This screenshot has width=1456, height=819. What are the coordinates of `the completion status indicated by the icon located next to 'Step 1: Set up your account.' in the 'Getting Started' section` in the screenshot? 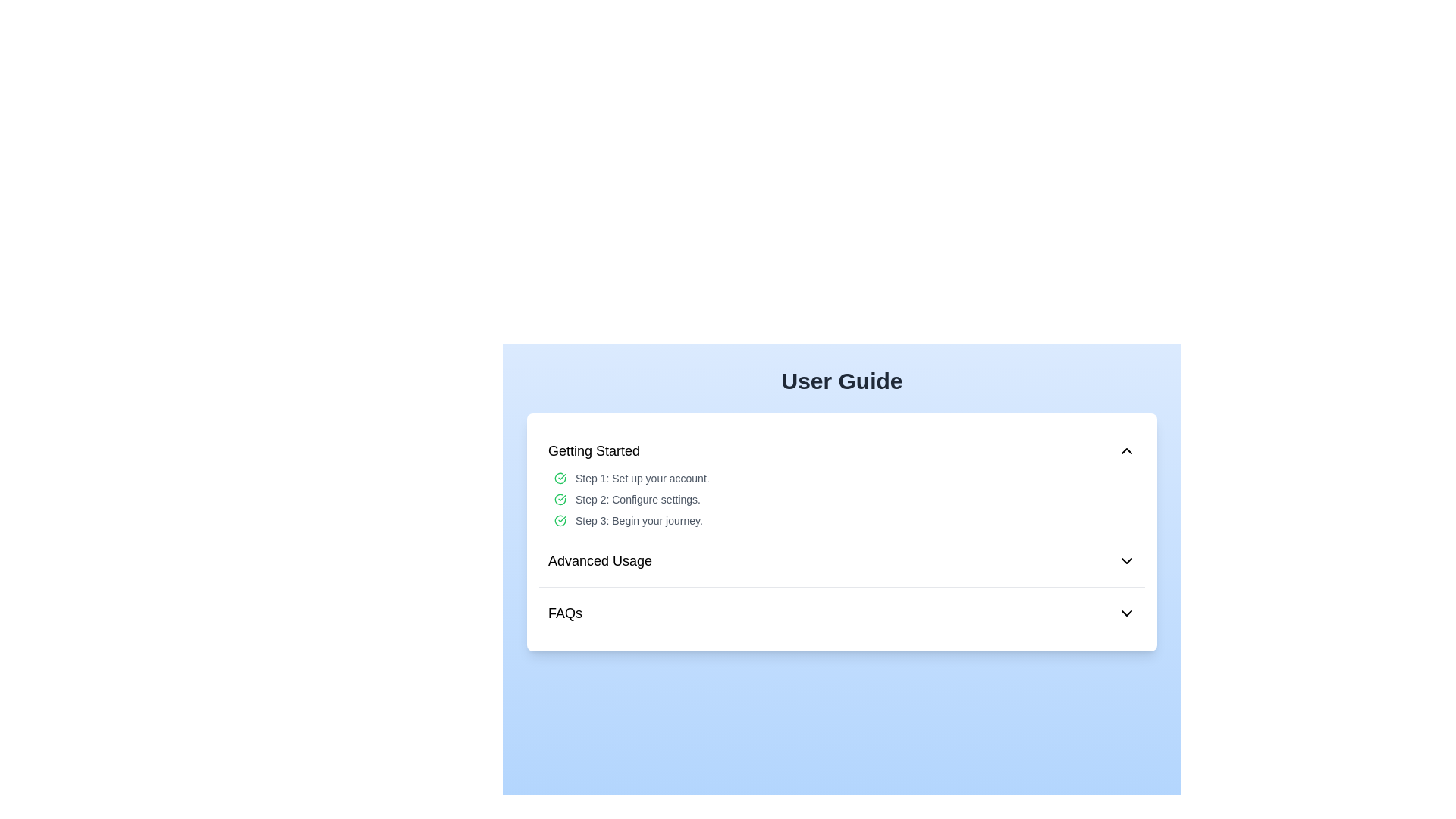 It's located at (560, 479).